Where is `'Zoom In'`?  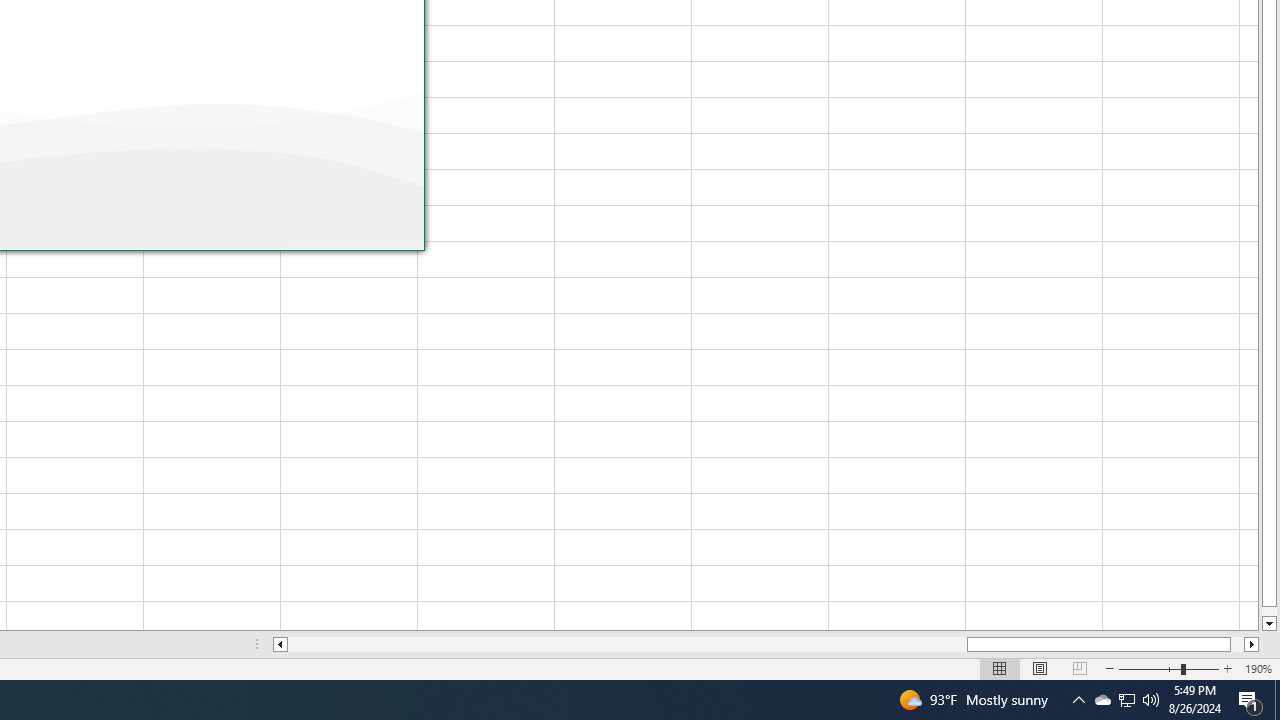
'Zoom In' is located at coordinates (1168, 669).